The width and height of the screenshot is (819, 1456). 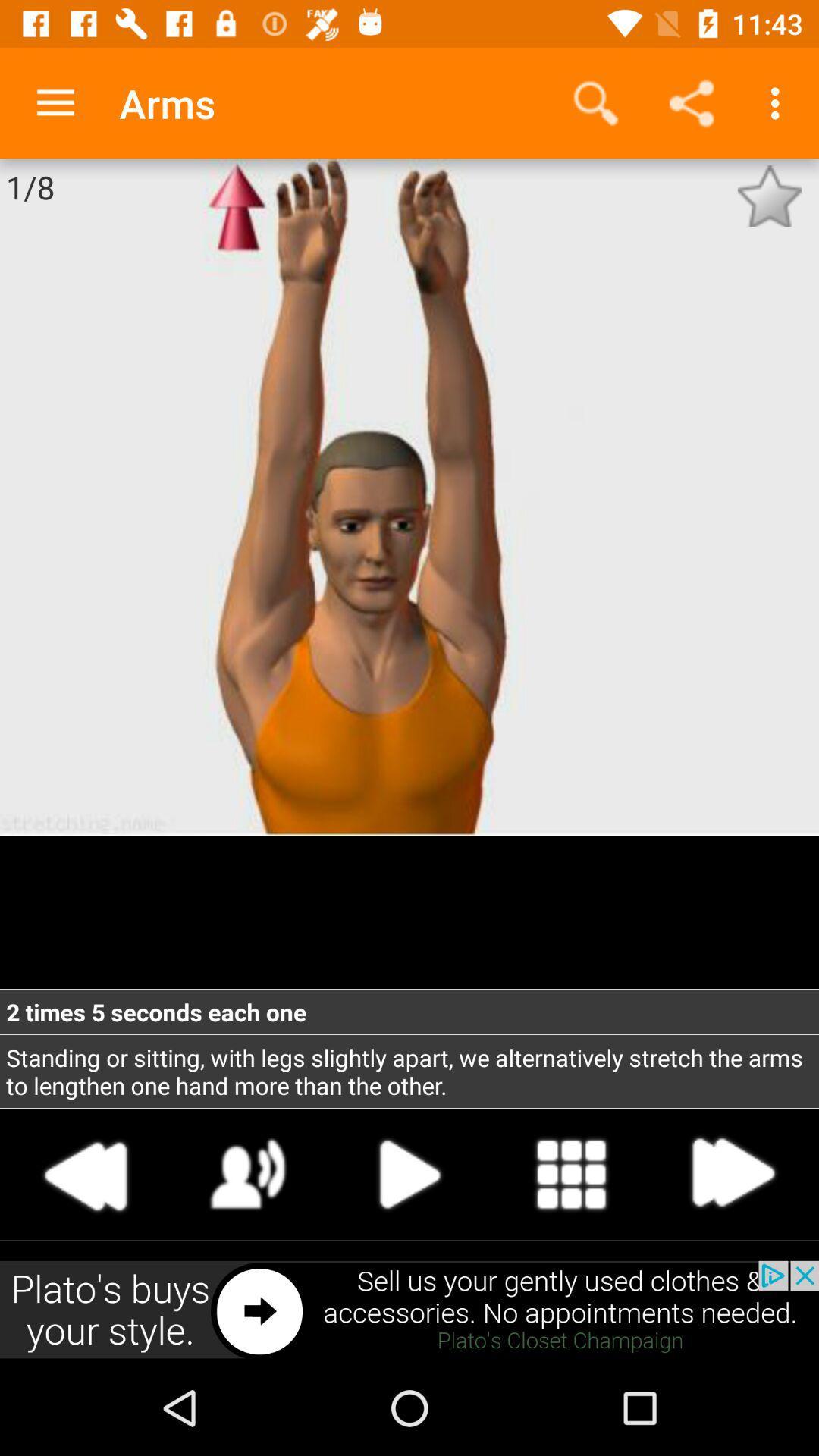 What do you see at coordinates (247, 1173) in the screenshot?
I see `repeat speech` at bounding box center [247, 1173].